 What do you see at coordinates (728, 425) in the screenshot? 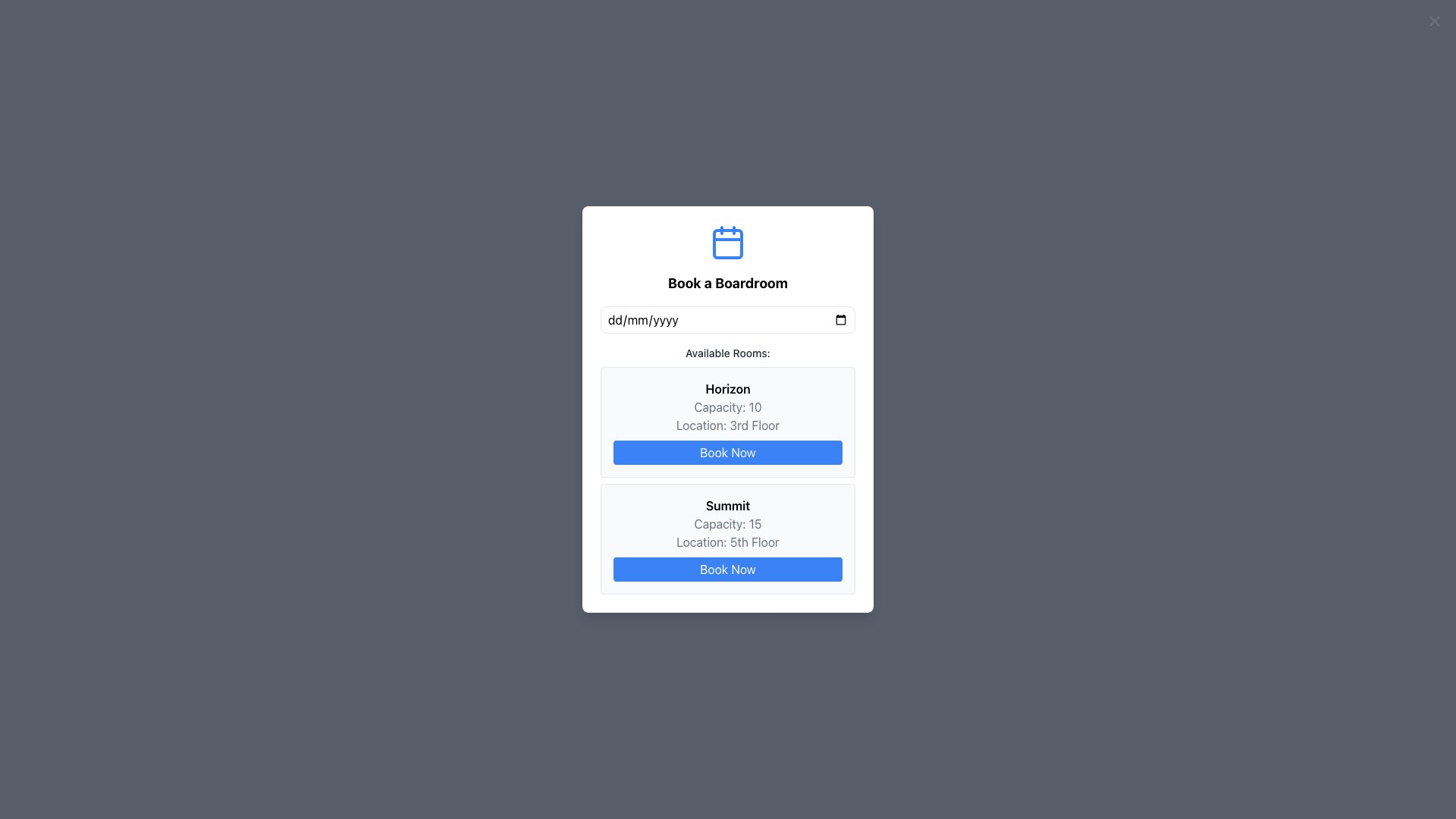
I see `the static text label that informs users about the location of the 'Horizon' boardroom on the 3rd floor, which is positioned below the 'Capacity: 10' label and above the 'Book Now' button` at bounding box center [728, 425].